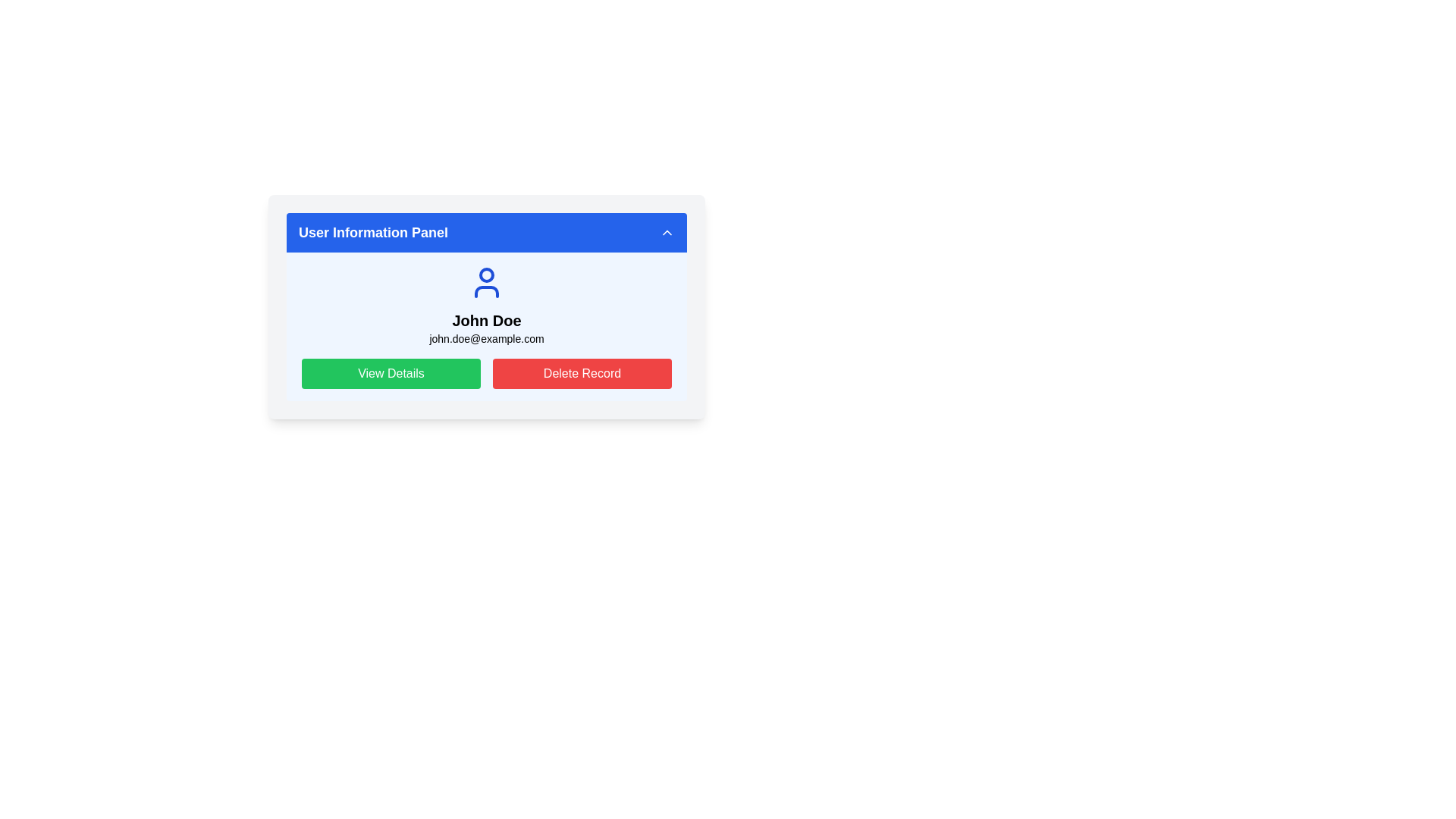  I want to click on the user profile icon, which is prominently displayed at the center of the user information panel, above the text 'John Doe' and 'john.doe@example.com', so click(487, 283).